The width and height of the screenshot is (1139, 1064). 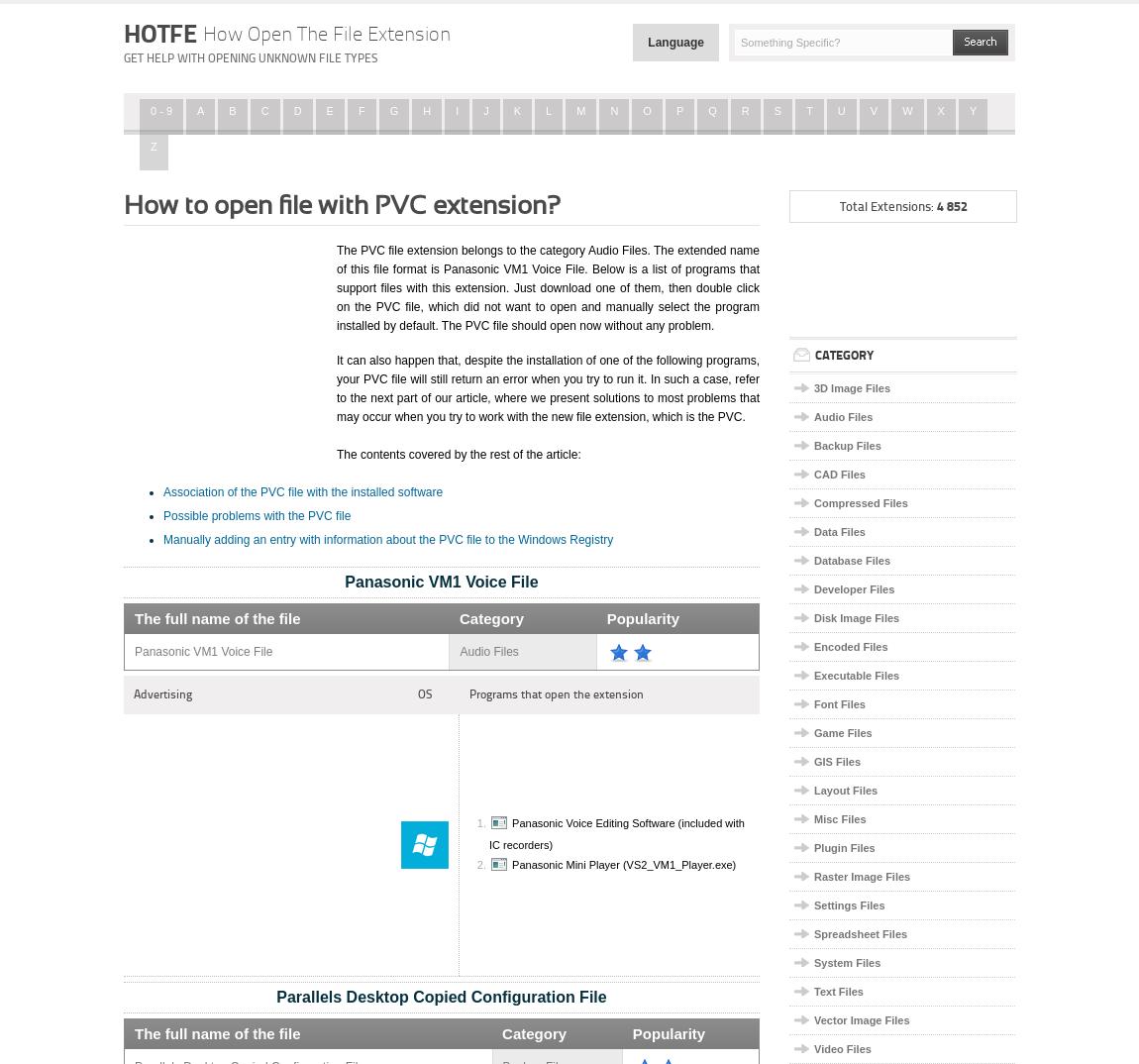 What do you see at coordinates (458, 454) in the screenshot?
I see `'The contents covered by the rest of the article:'` at bounding box center [458, 454].